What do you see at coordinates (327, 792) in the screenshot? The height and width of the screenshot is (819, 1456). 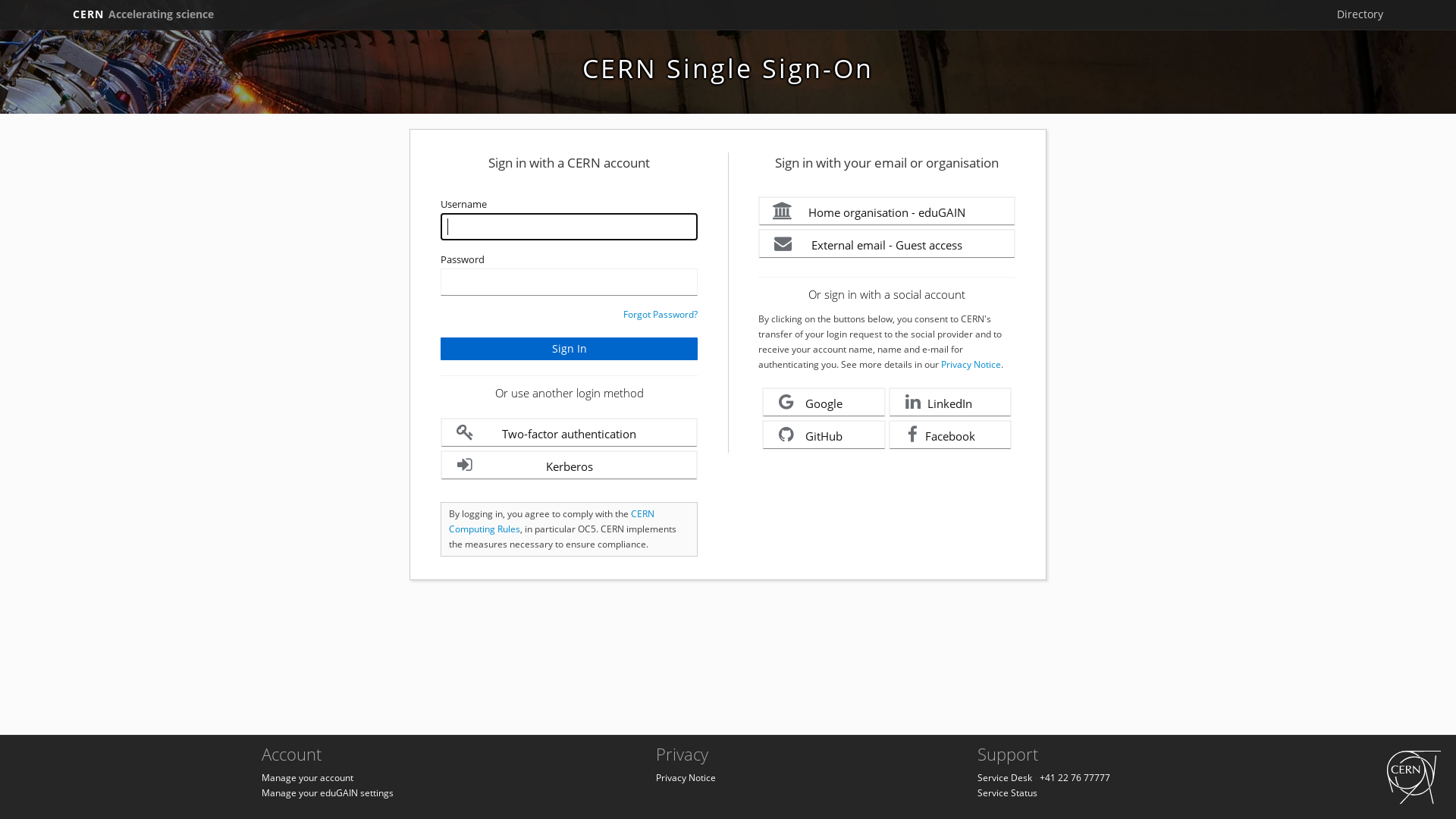 I see `'Manage your eduGAIN settings'` at bounding box center [327, 792].